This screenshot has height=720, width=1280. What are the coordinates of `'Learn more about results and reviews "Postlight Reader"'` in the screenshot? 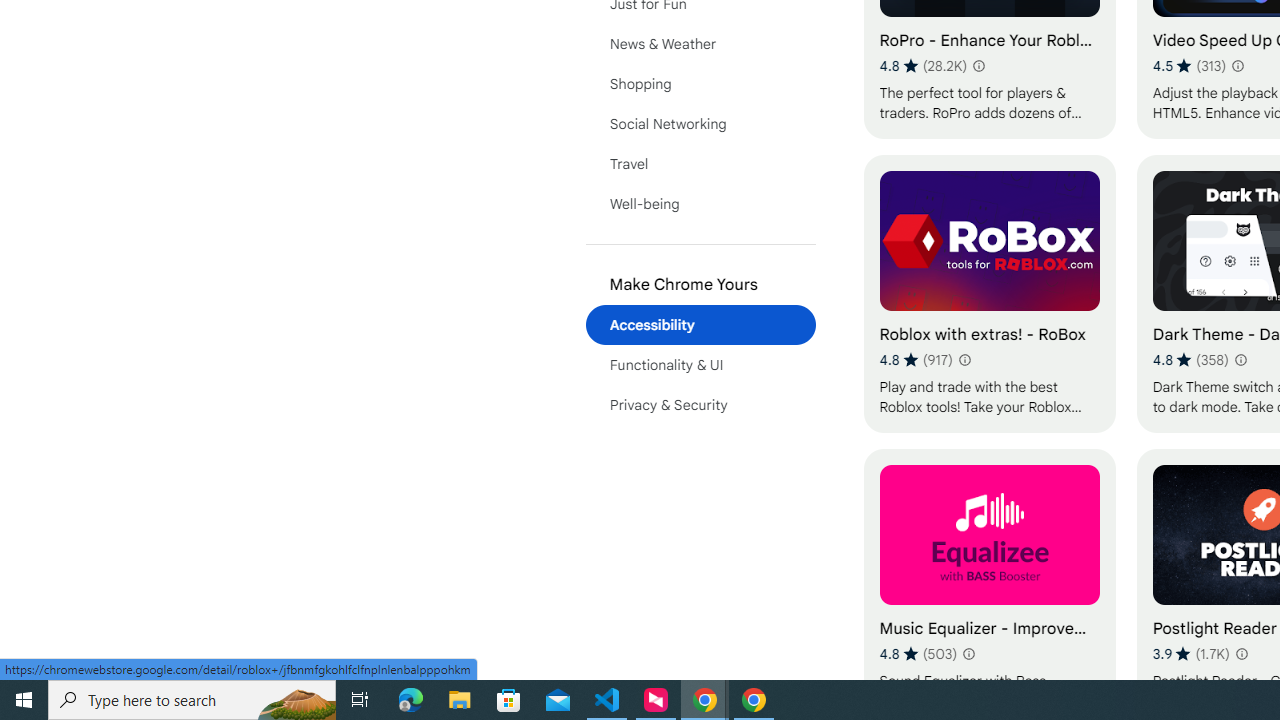 It's located at (1239, 654).